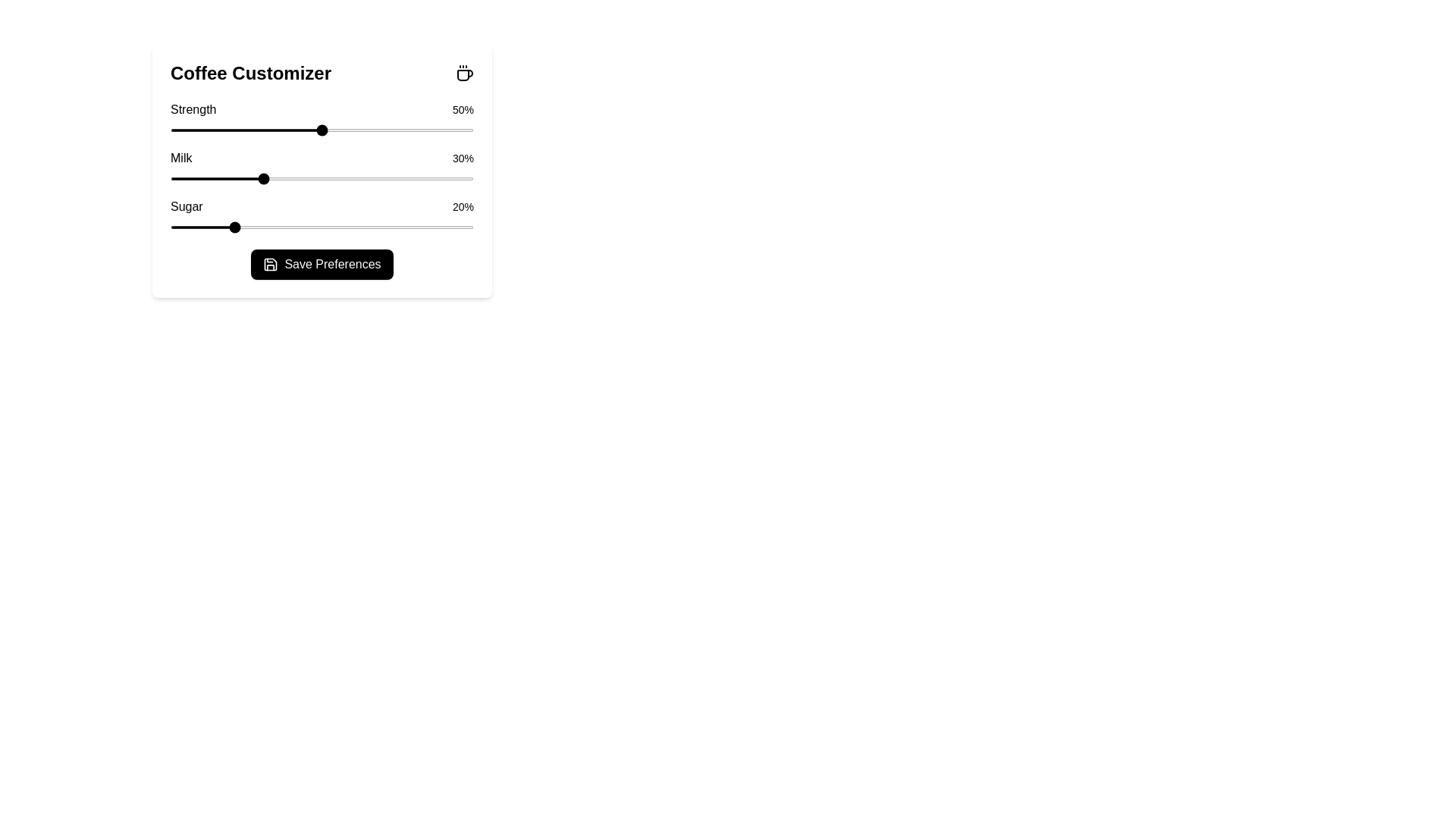  Describe the element at coordinates (276, 130) in the screenshot. I see `the strength slider` at that location.